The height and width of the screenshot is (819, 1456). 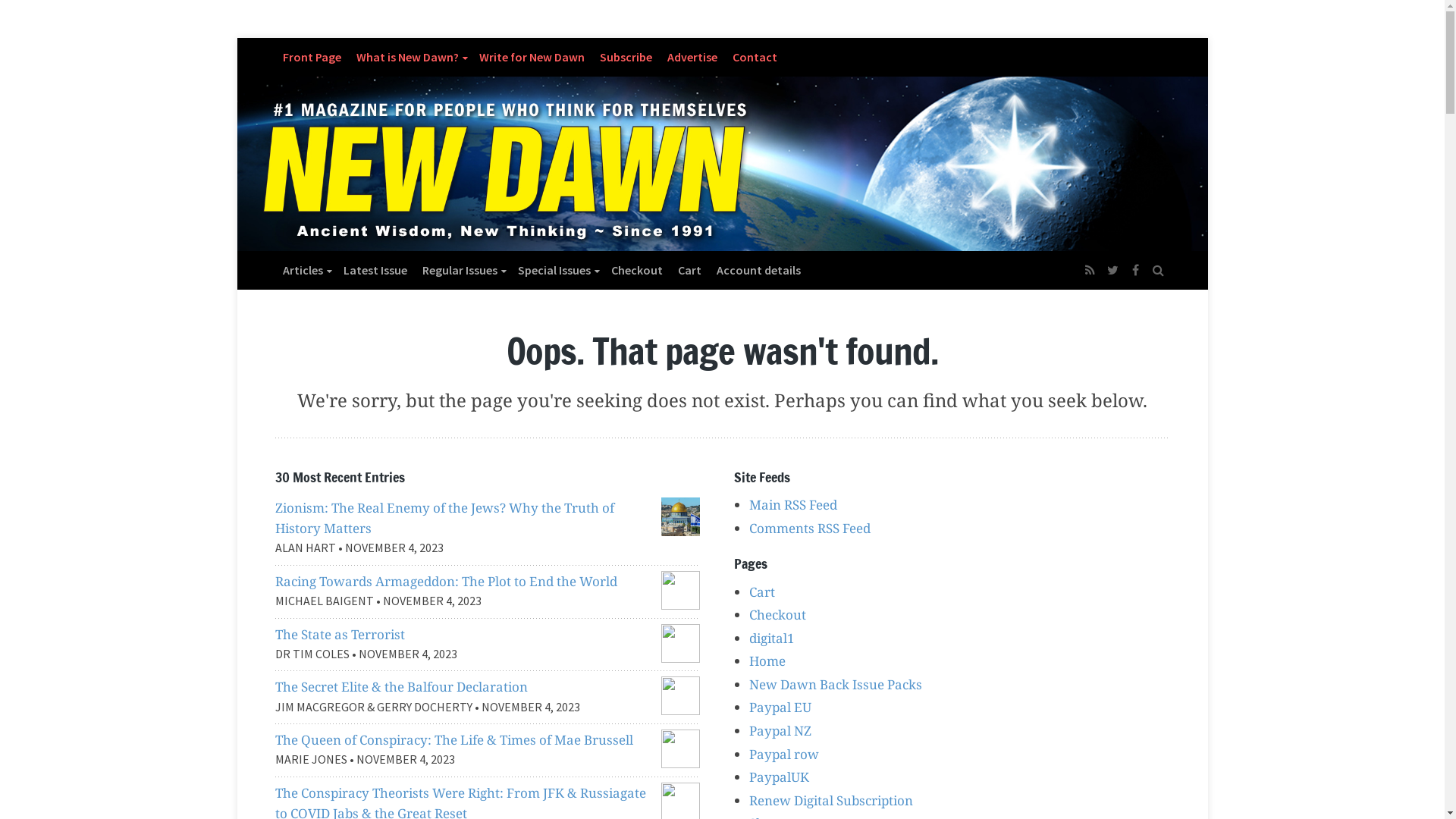 What do you see at coordinates (375, 268) in the screenshot?
I see `'Latest Issue'` at bounding box center [375, 268].